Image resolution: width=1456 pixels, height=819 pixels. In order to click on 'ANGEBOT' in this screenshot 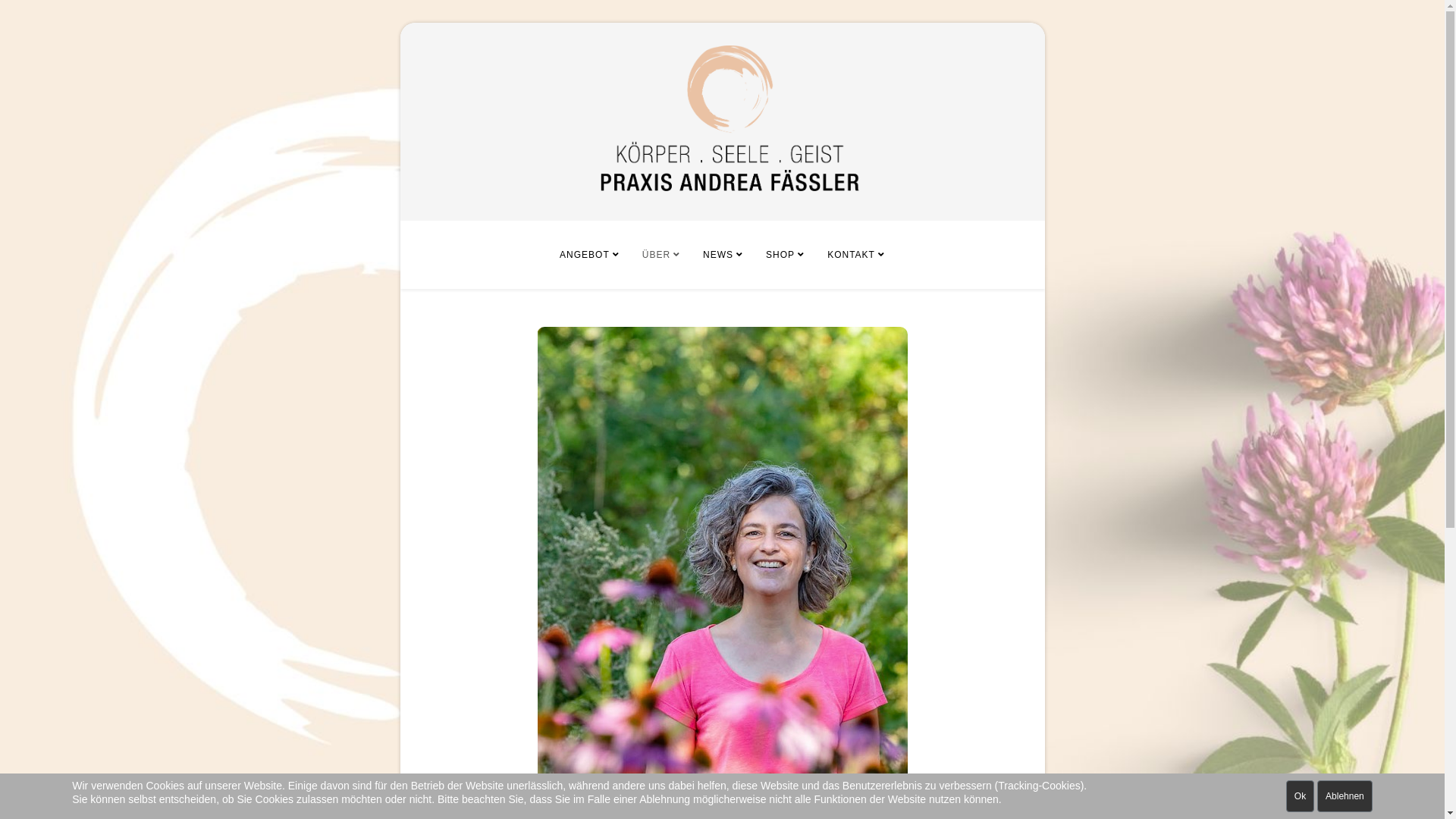, I will do `click(588, 253)`.